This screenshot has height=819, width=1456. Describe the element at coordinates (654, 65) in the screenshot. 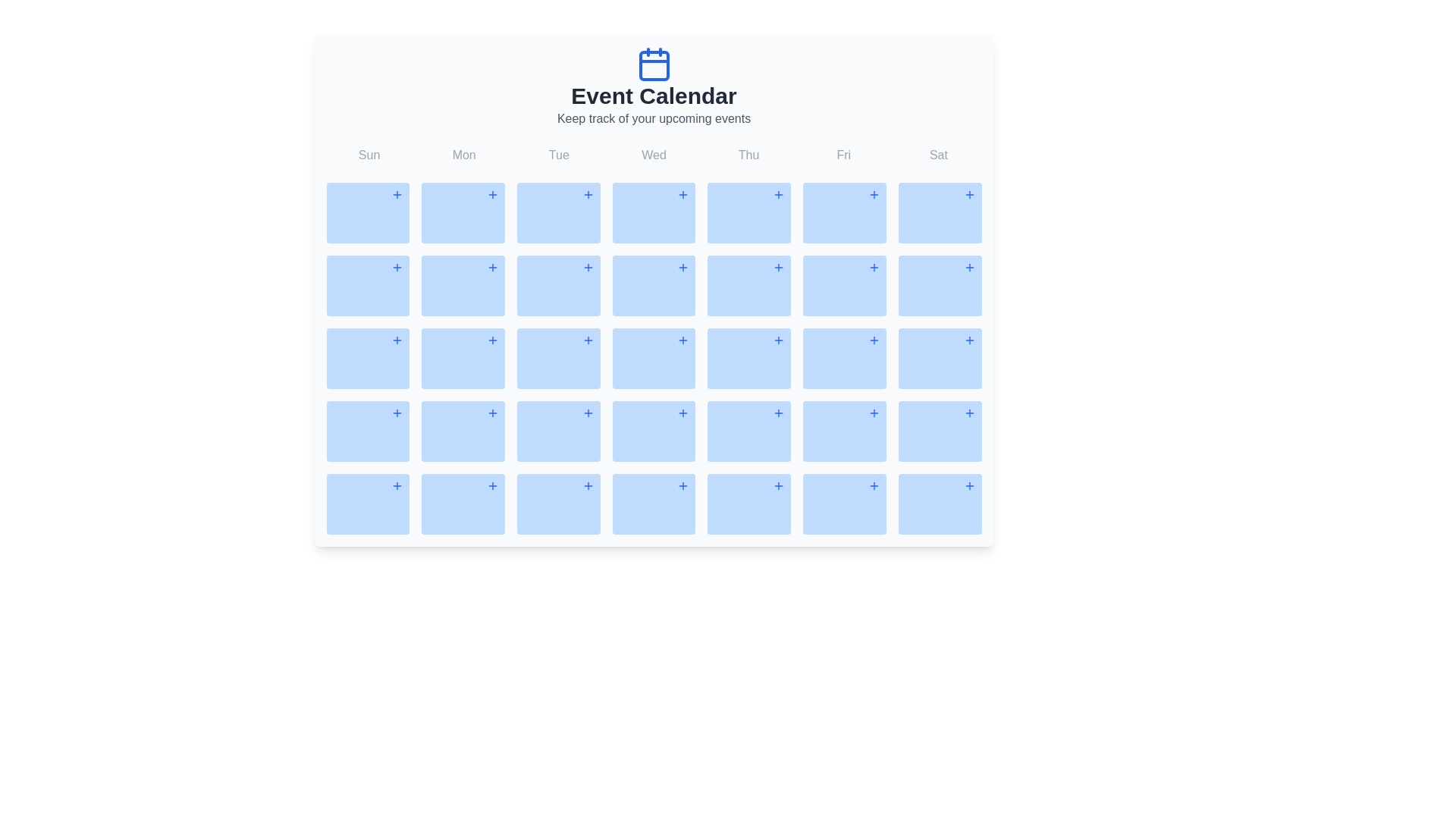

I see `the blue square with rounded corners that represents the inside area of the calendar icon, located at the top center of the interface` at that location.